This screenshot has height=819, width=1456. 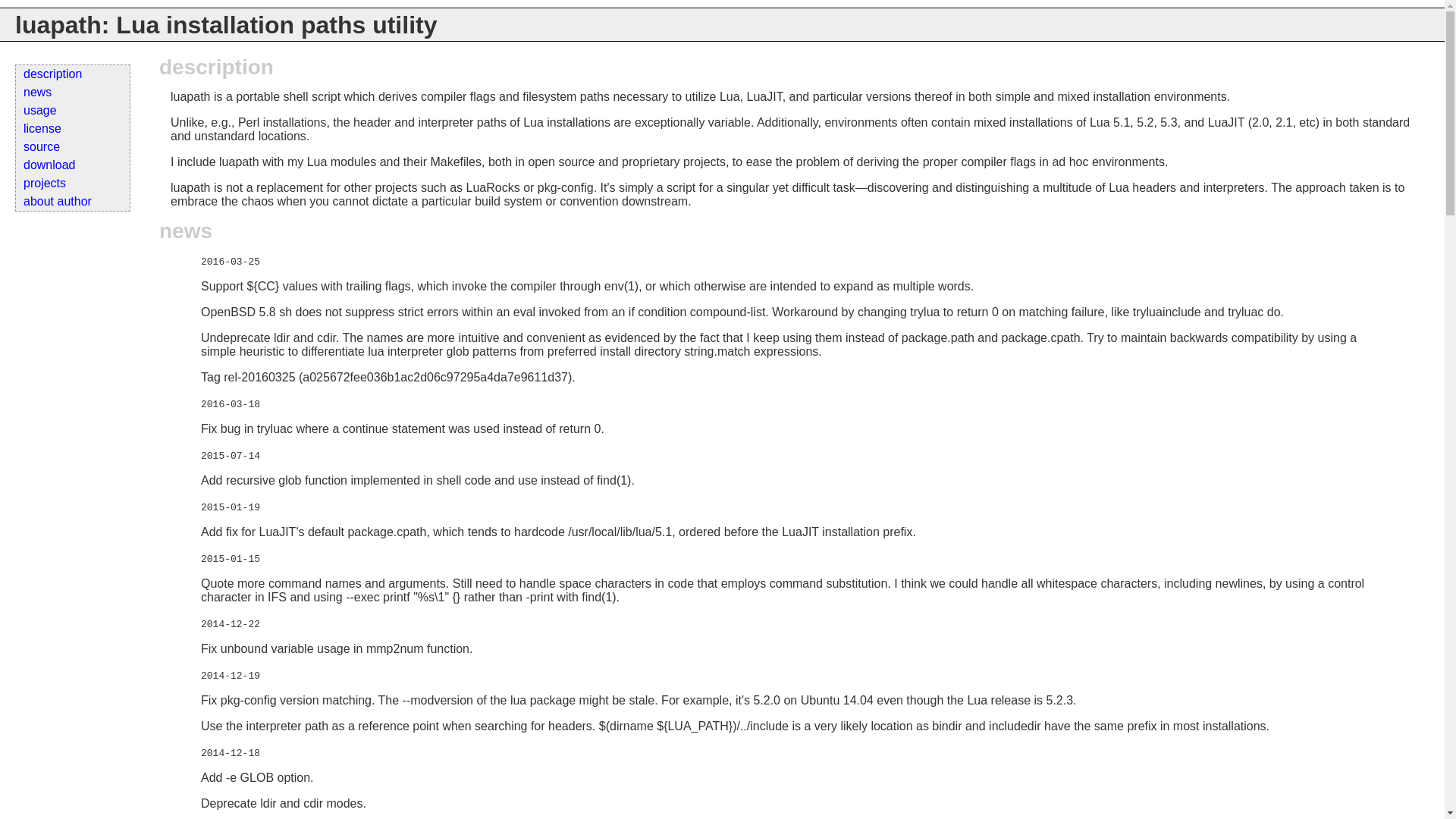 What do you see at coordinates (15, 127) in the screenshot?
I see `'license'` at bounding box center [15, 127].